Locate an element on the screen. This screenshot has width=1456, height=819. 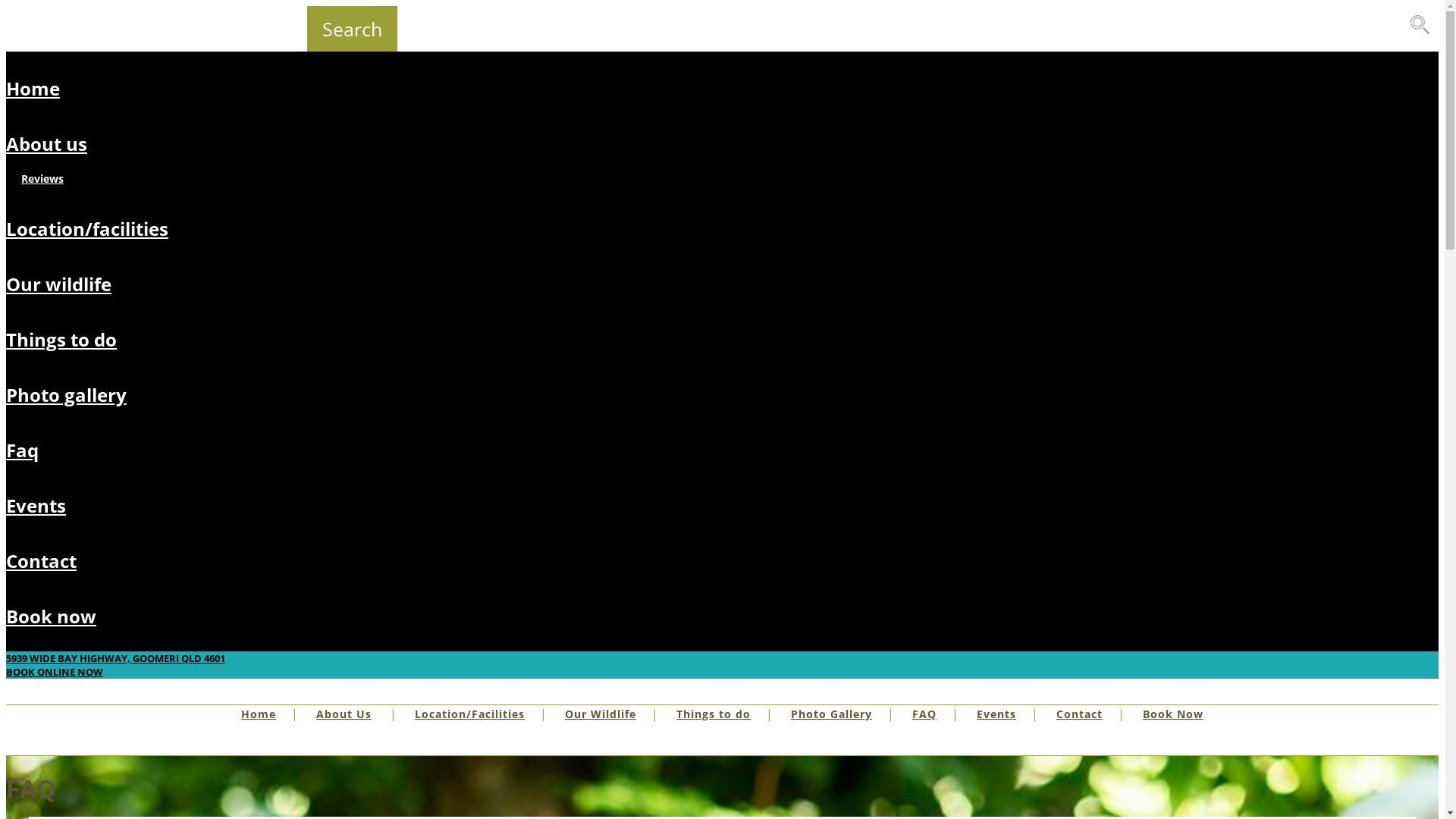
'Book Now' is located at coordinates (1172, 714).